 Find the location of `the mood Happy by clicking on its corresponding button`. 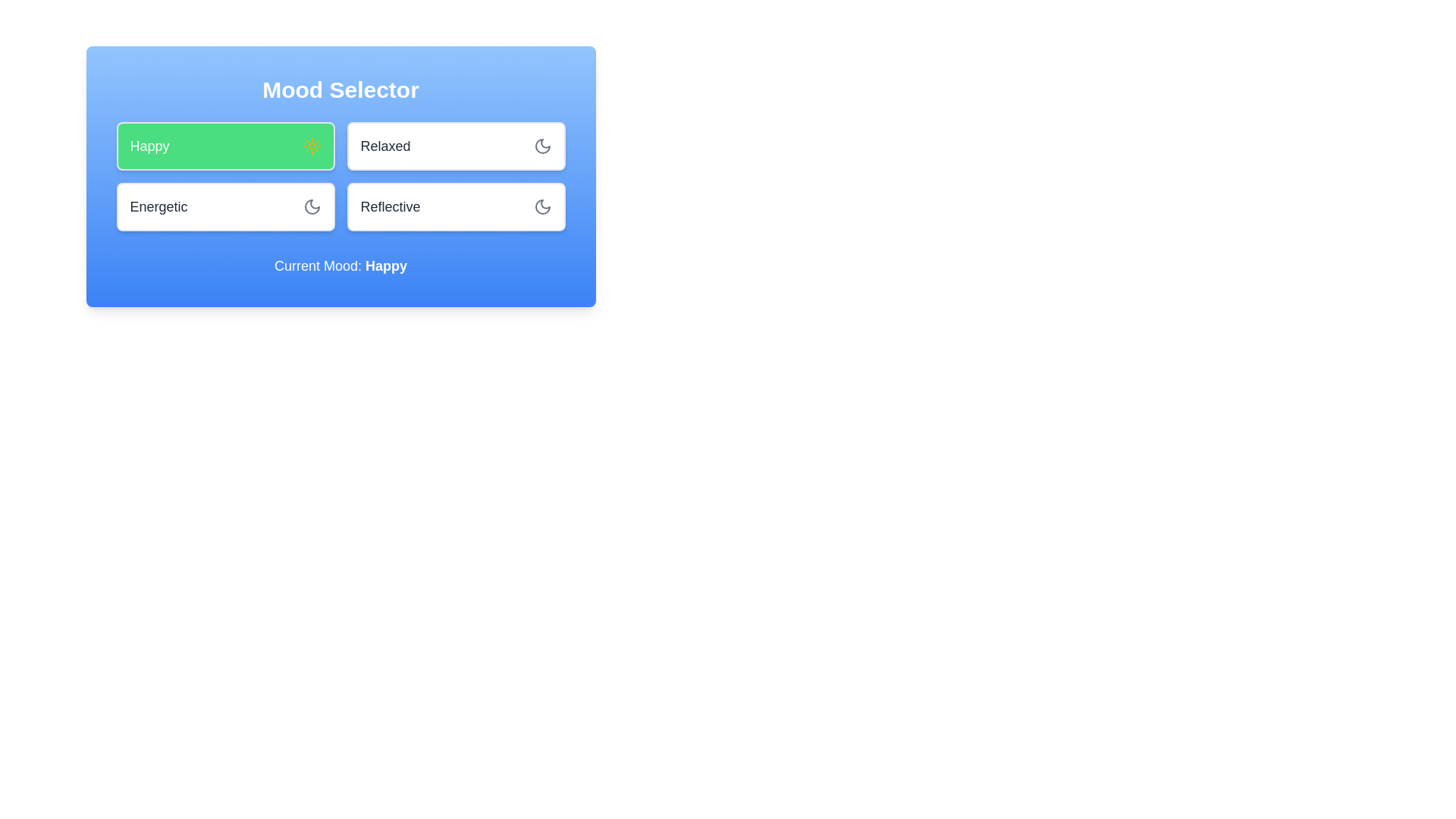

the mood Happy by clicking on its corresponding button is located at coordinates (224, 146).